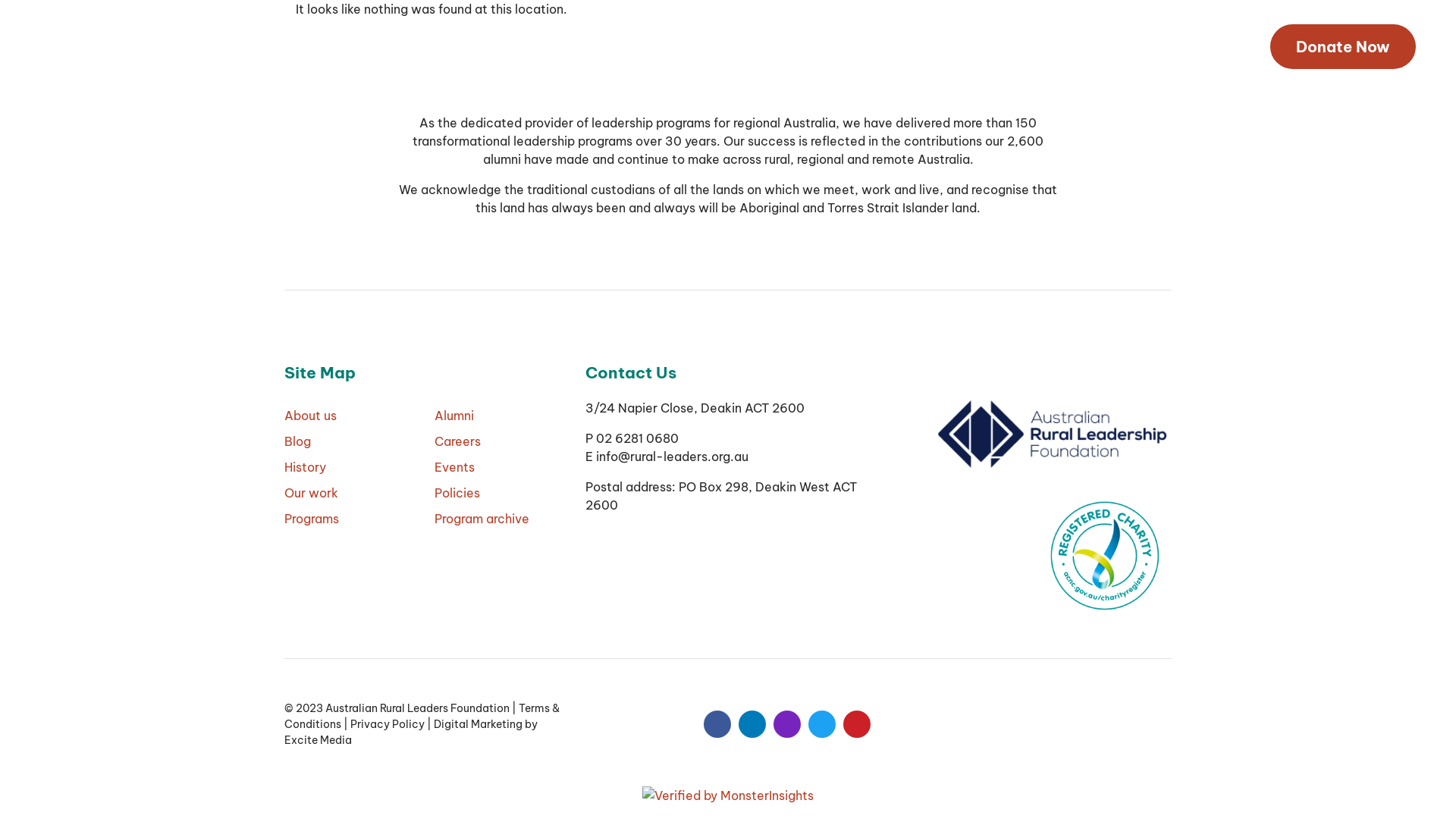  Describe the element at coordinates (502, 441) in the screenshot. I see `'Careers'` at that location.